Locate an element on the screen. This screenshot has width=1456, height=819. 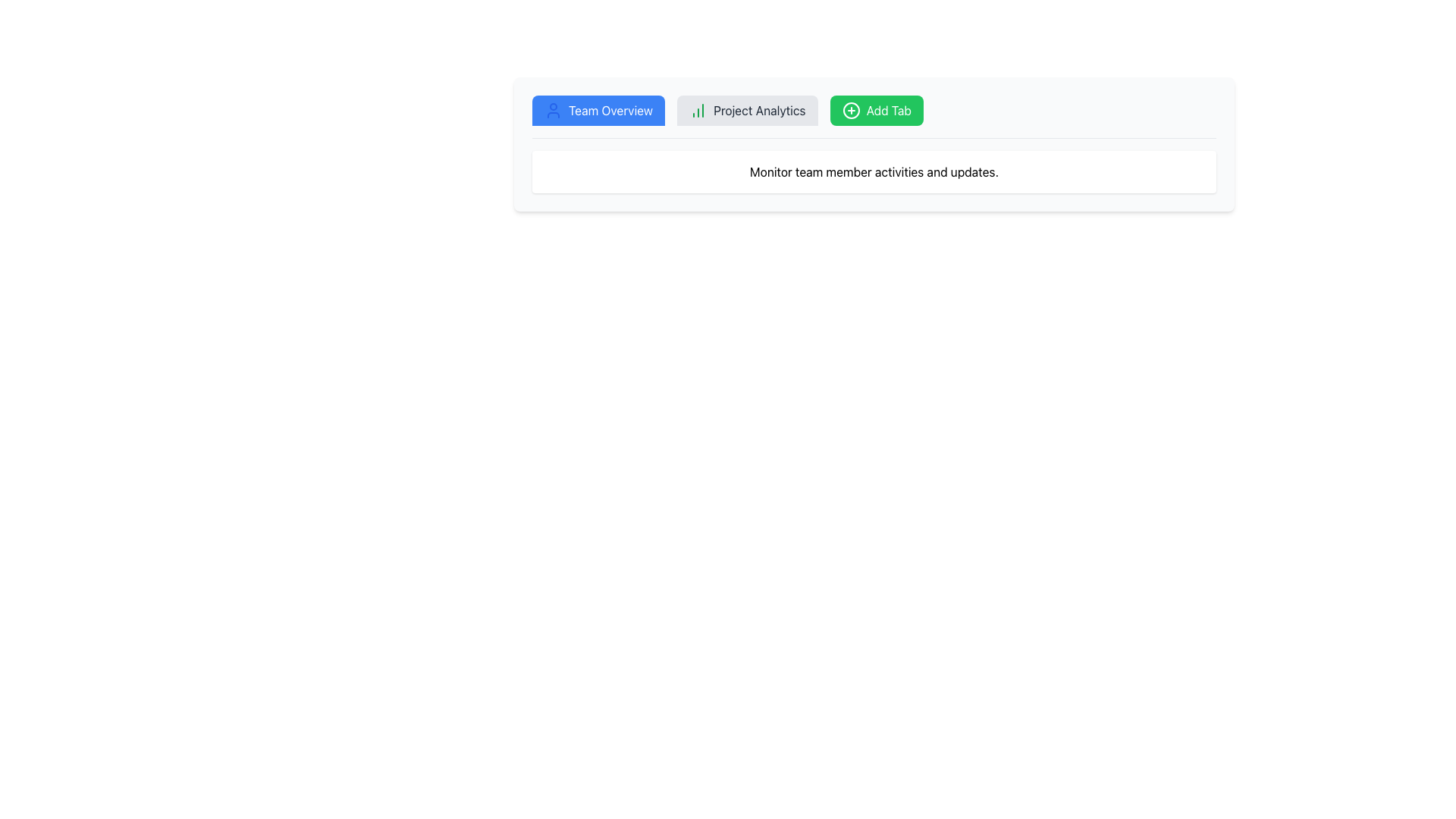
the interactive graphic part of the 'Add Tab' button is located at coordinates (851, 110).